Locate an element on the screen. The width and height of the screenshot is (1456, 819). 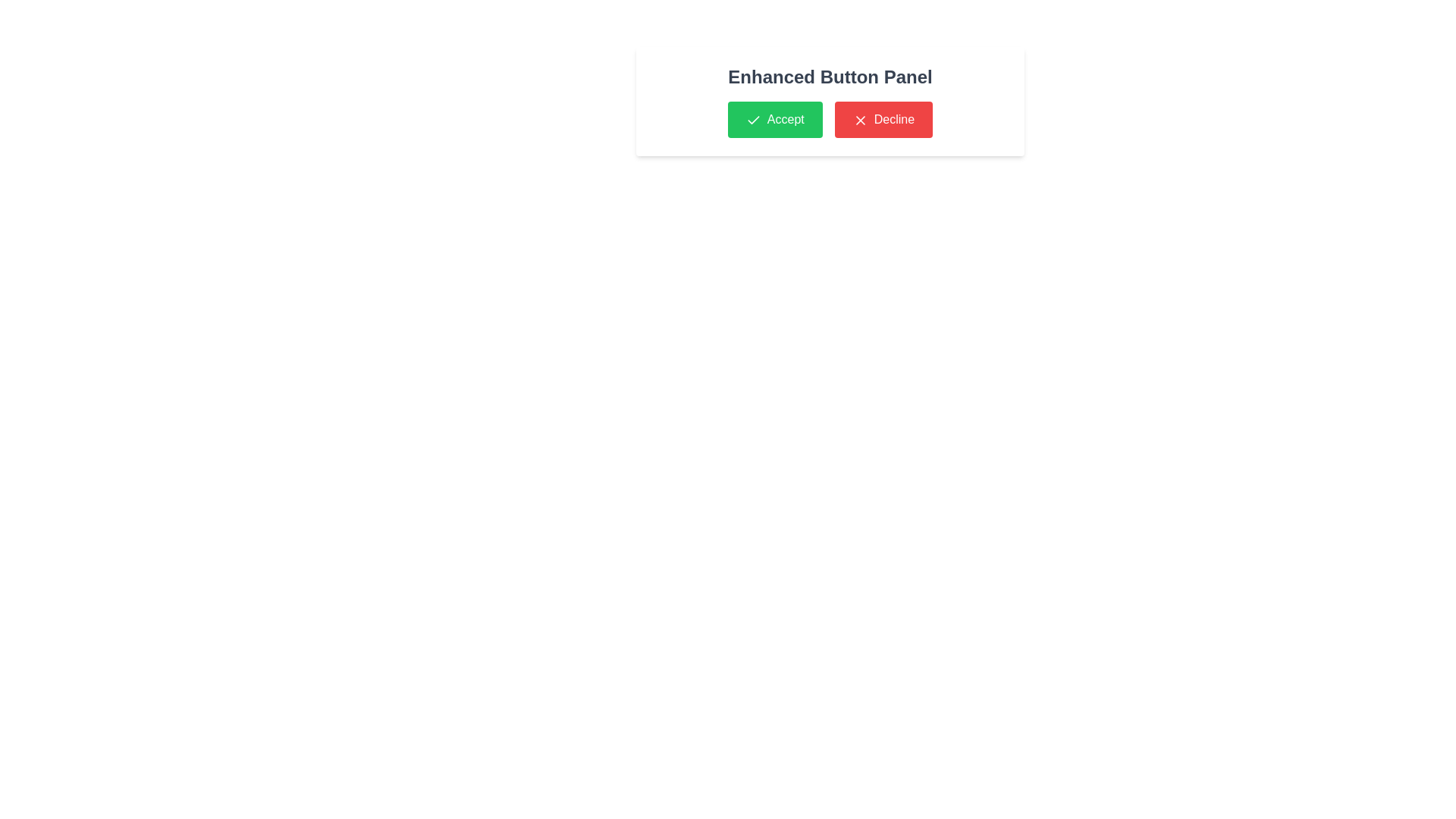
the Text Label element that serves as the title or header for the containing panel, positioned at the top center above the 'Accept' and 'Decline' buttons is located at coordinates (829, 77).